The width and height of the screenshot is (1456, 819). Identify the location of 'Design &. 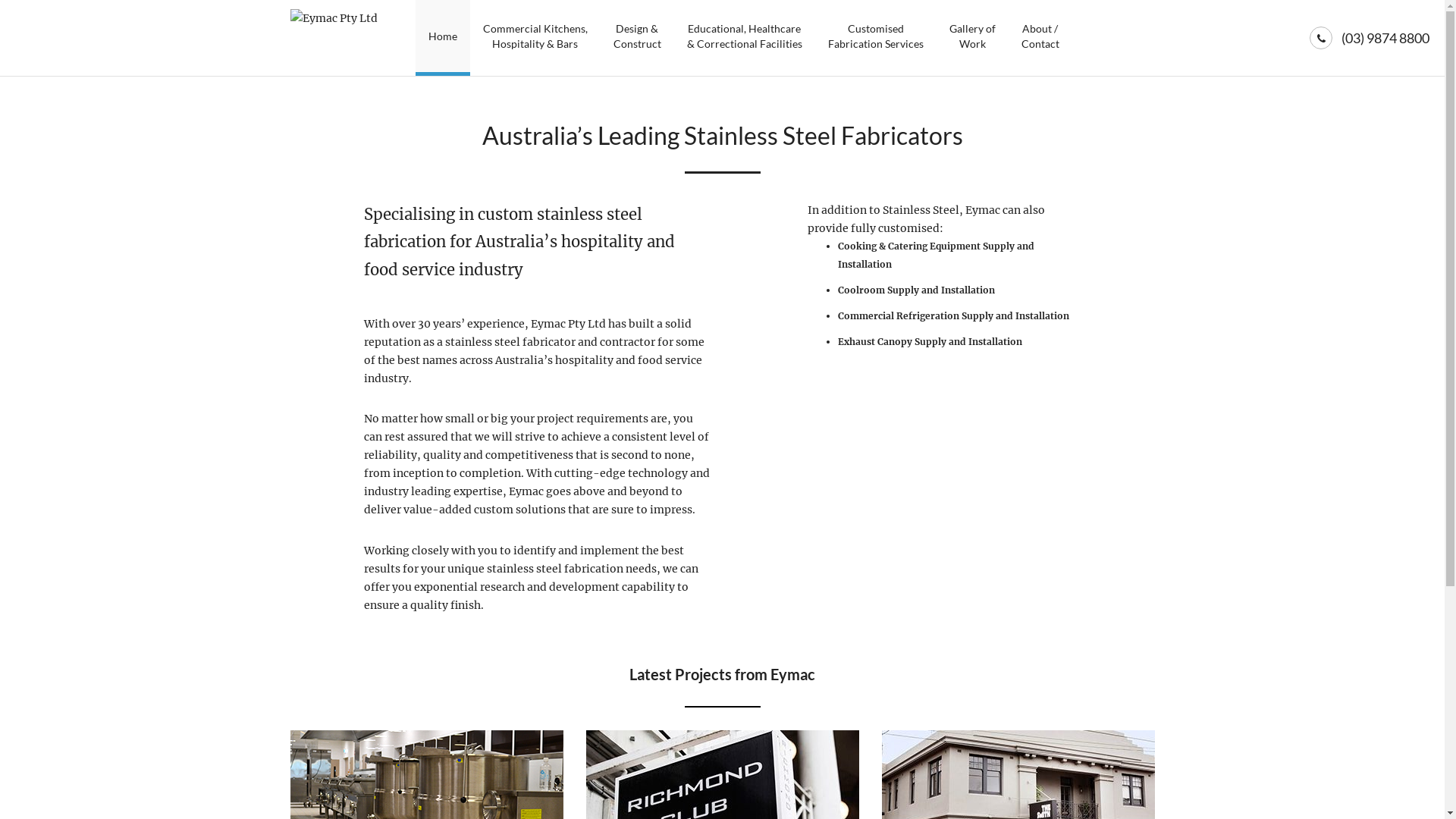
(637, 37).